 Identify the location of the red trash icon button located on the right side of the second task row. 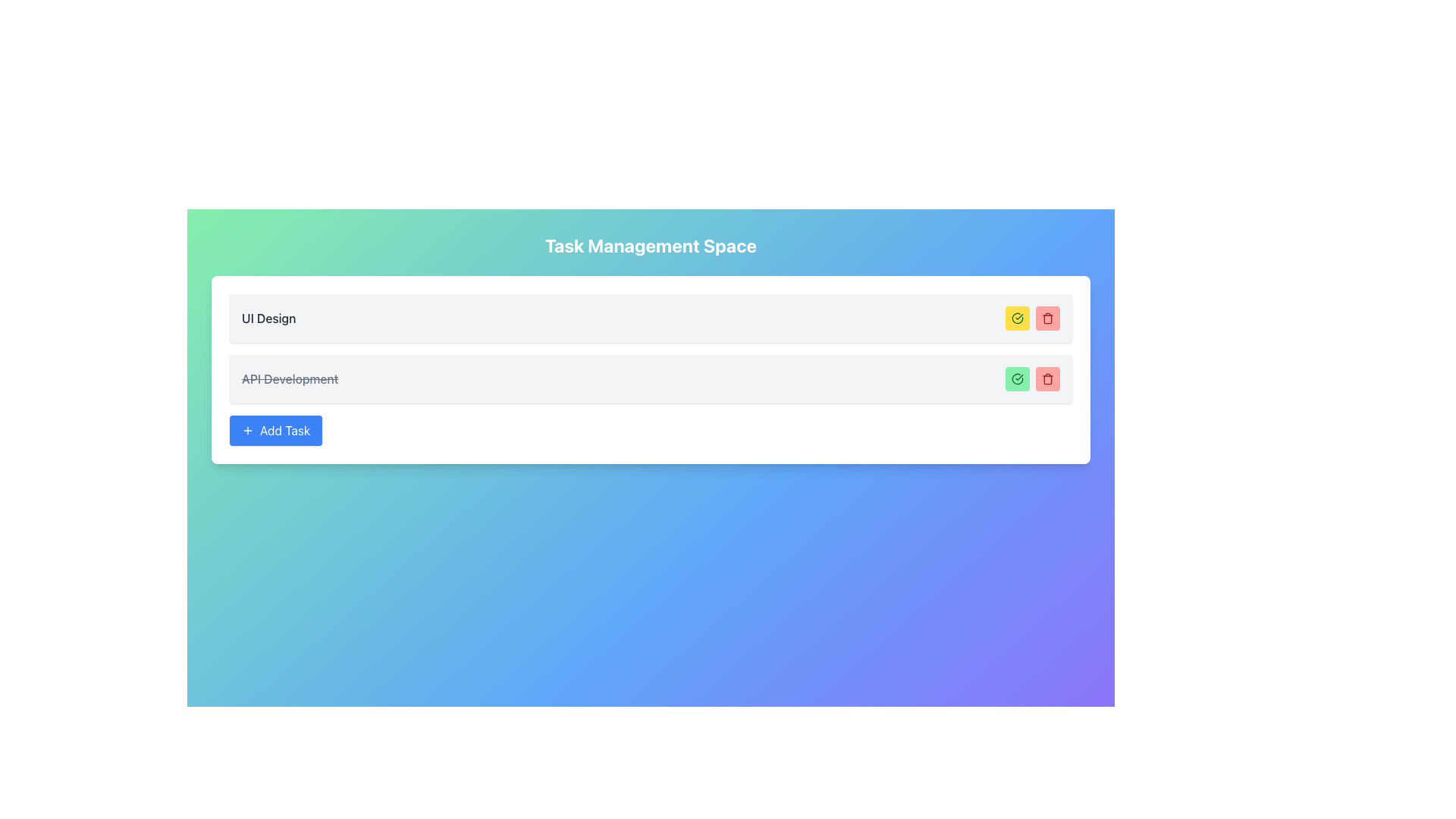
(1047, 318).